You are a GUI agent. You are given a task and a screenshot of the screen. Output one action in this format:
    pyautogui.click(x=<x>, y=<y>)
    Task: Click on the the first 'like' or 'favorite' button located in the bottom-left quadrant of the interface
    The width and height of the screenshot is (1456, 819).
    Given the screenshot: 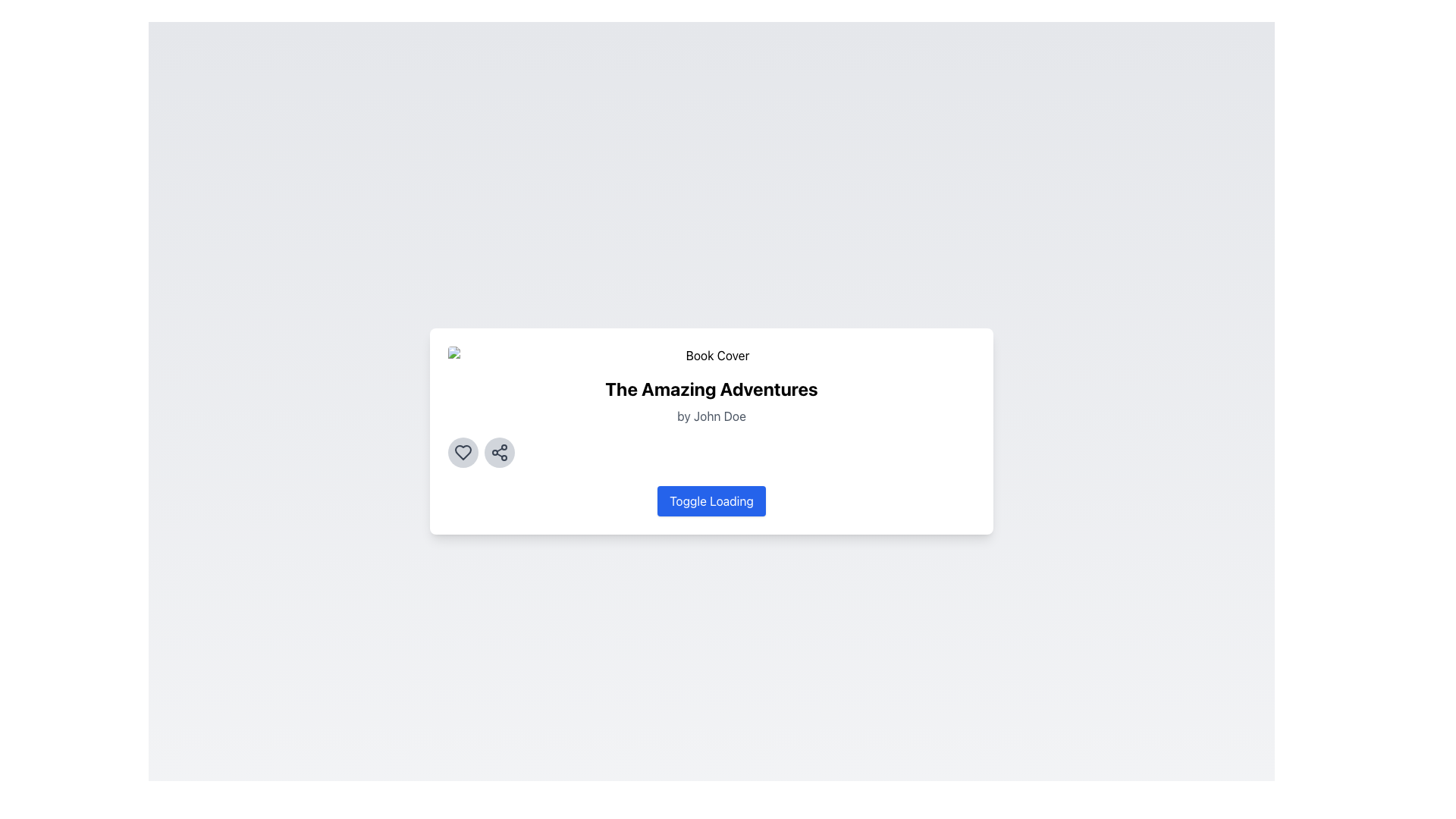 What is the action you would take?
    pyautogui.click(x=463, y=452)
    